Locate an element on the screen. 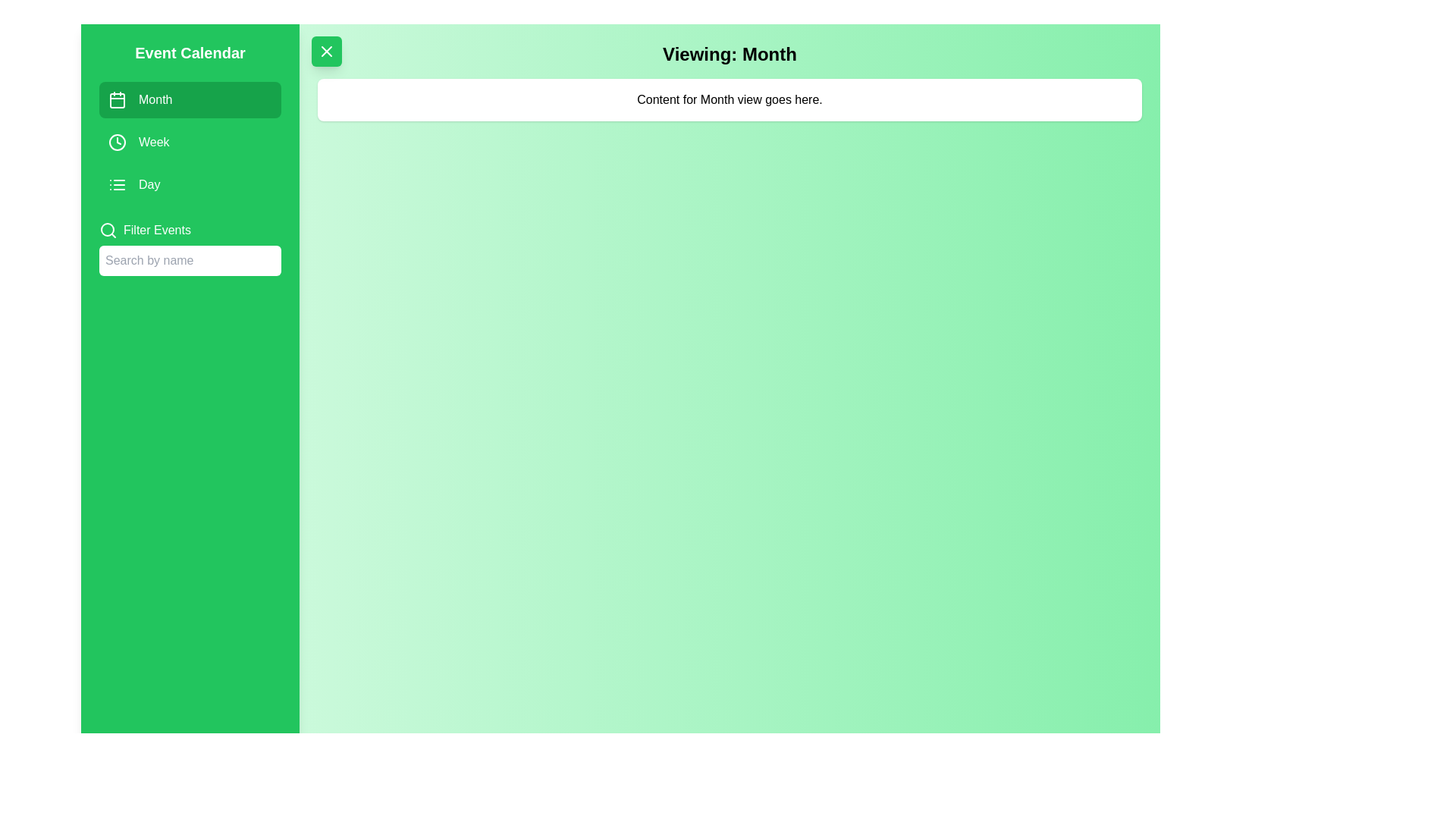 The image size is (1456, 819). the toggle button to toggle the visibility of the navigation drawer is located at coordinates (326, 51).